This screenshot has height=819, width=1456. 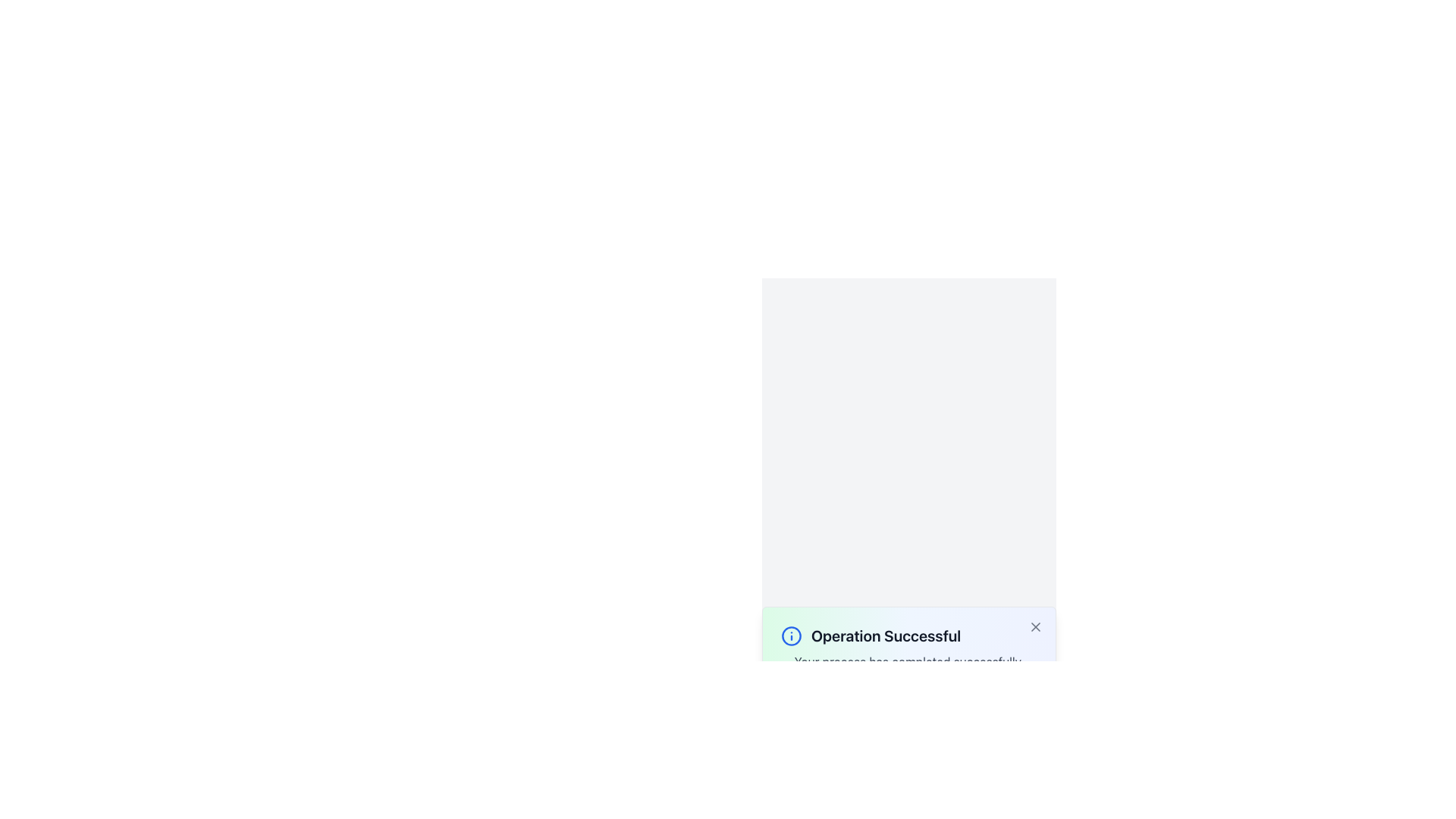 I want to click on the close button located at the top-right corner of the notification card that contains the message 'Operation Successful', so click(x=1035, y=626).